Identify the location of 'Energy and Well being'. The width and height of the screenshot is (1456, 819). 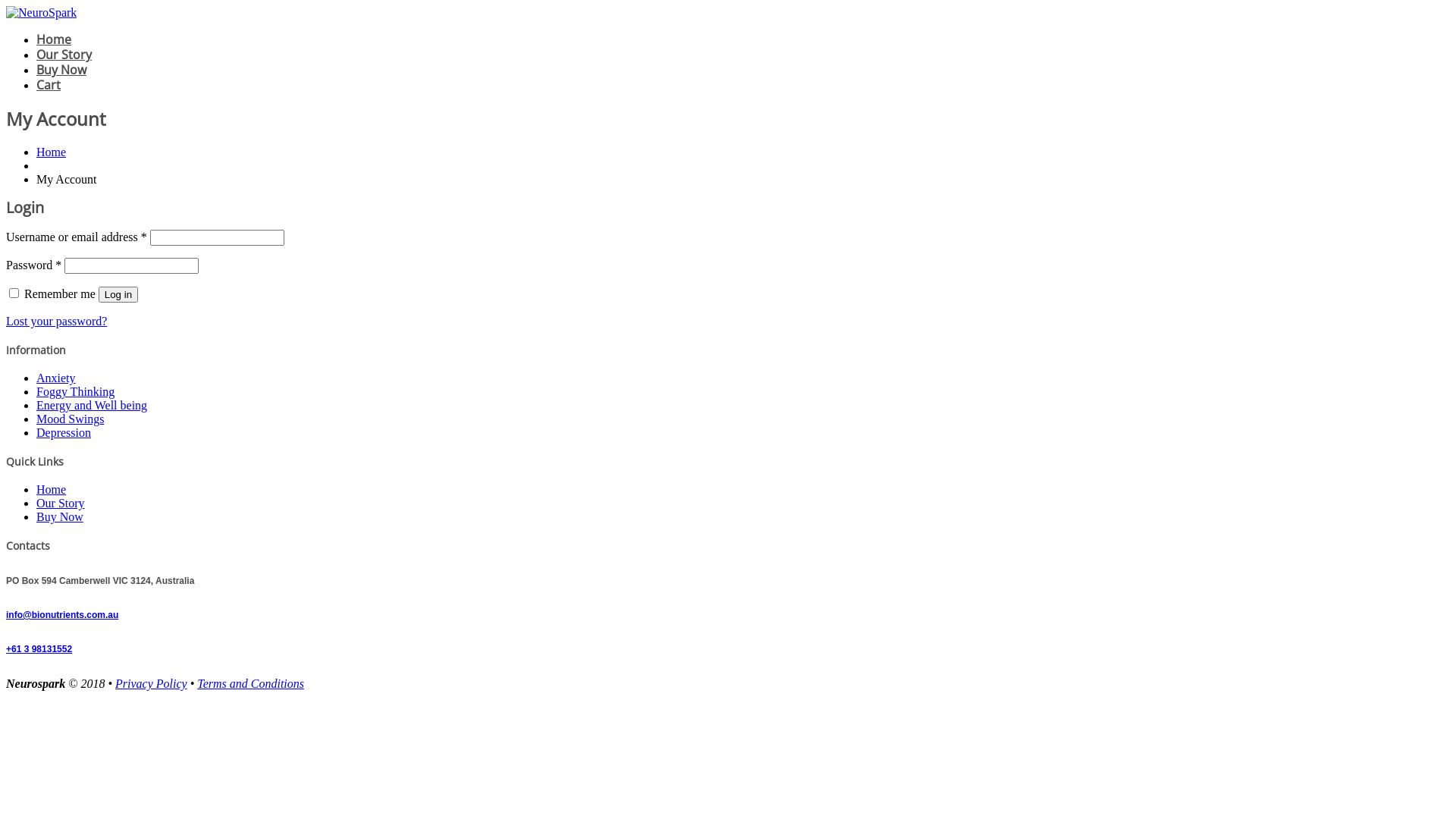
(90, 404).